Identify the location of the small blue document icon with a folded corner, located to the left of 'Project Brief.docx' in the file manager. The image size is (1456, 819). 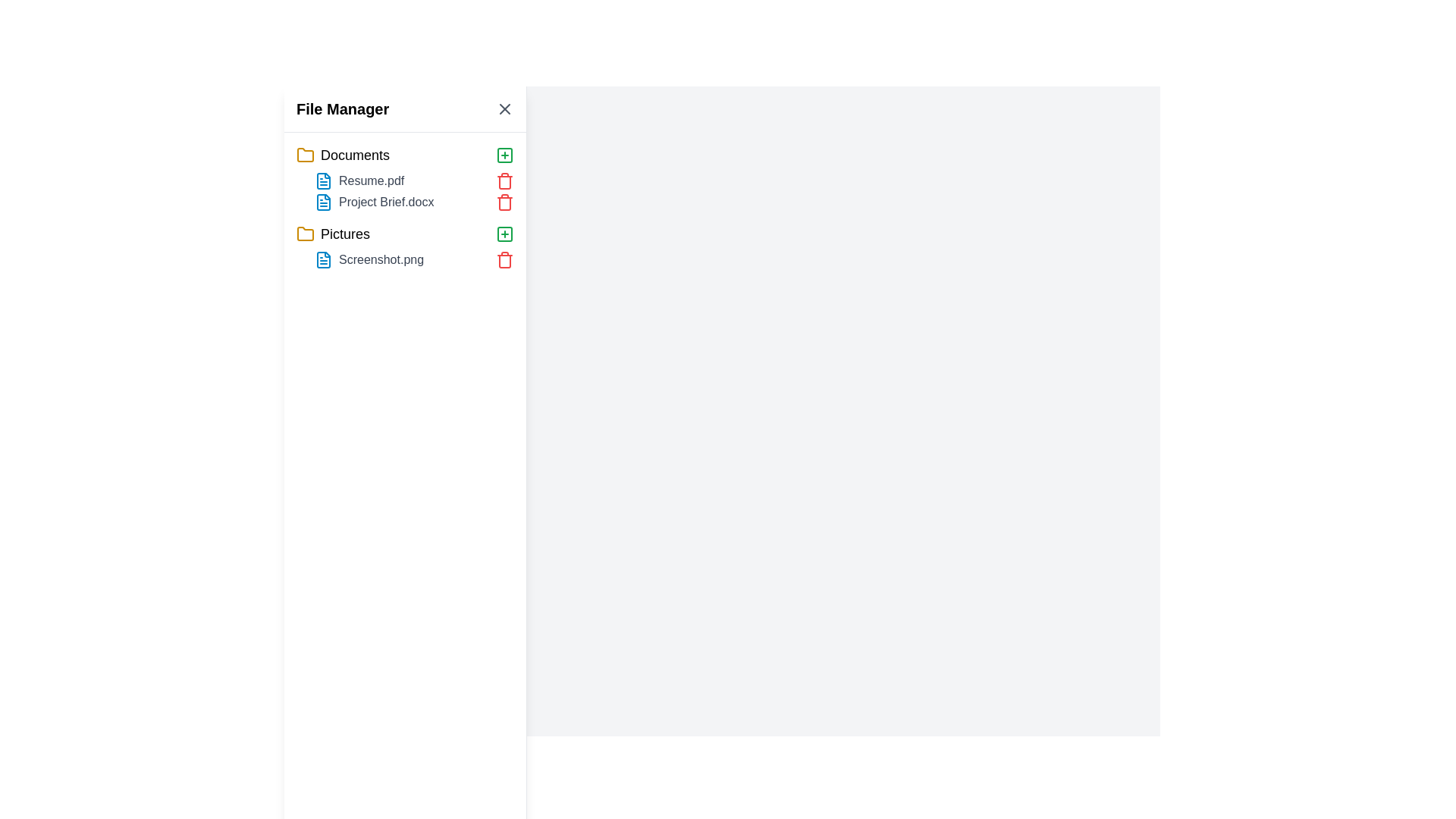
(323, 201).